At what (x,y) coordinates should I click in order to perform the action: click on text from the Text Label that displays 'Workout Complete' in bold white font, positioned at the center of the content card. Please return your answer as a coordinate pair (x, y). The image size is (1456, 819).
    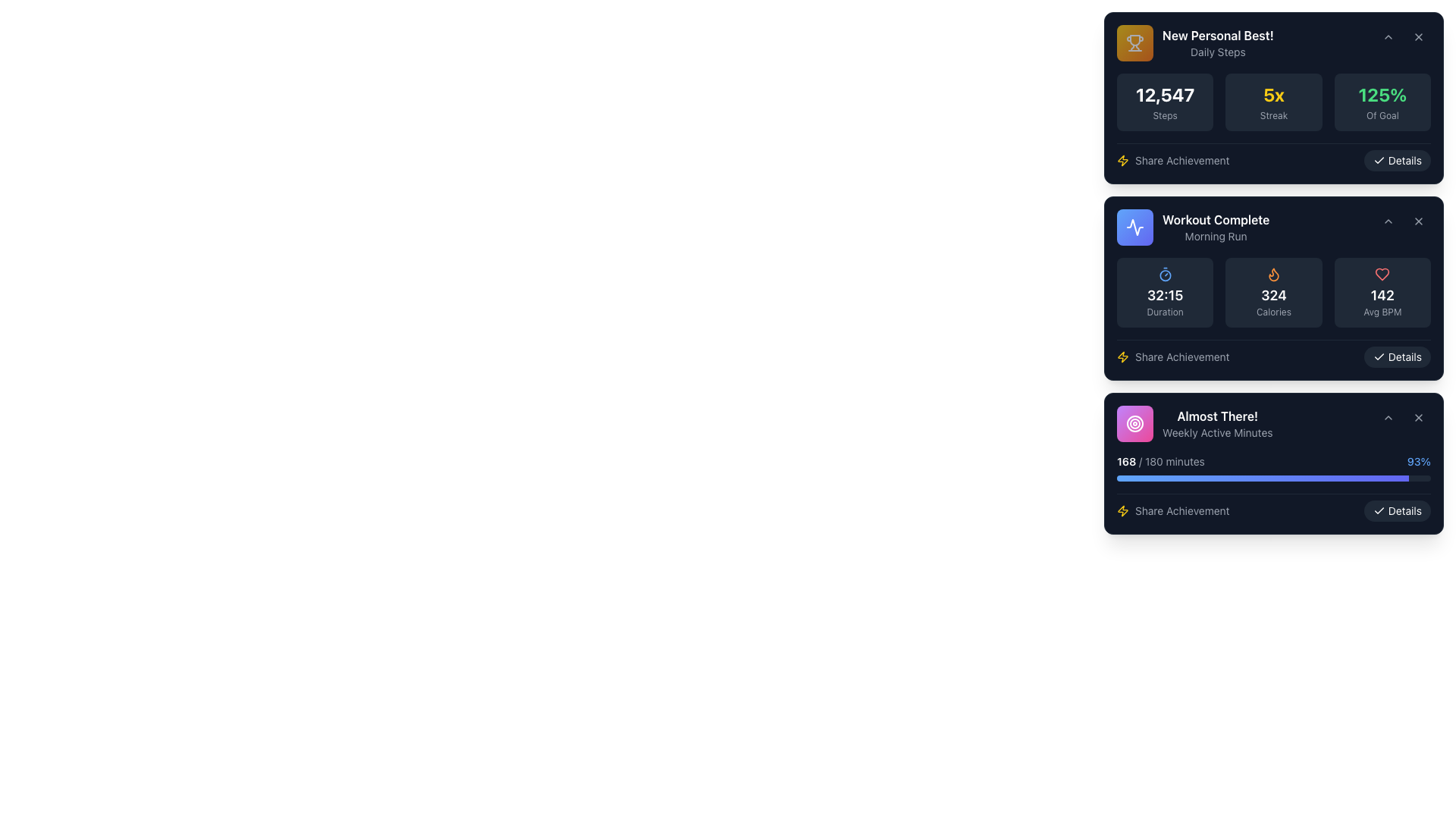
    Looking at the image, I should click on (1216, 219).